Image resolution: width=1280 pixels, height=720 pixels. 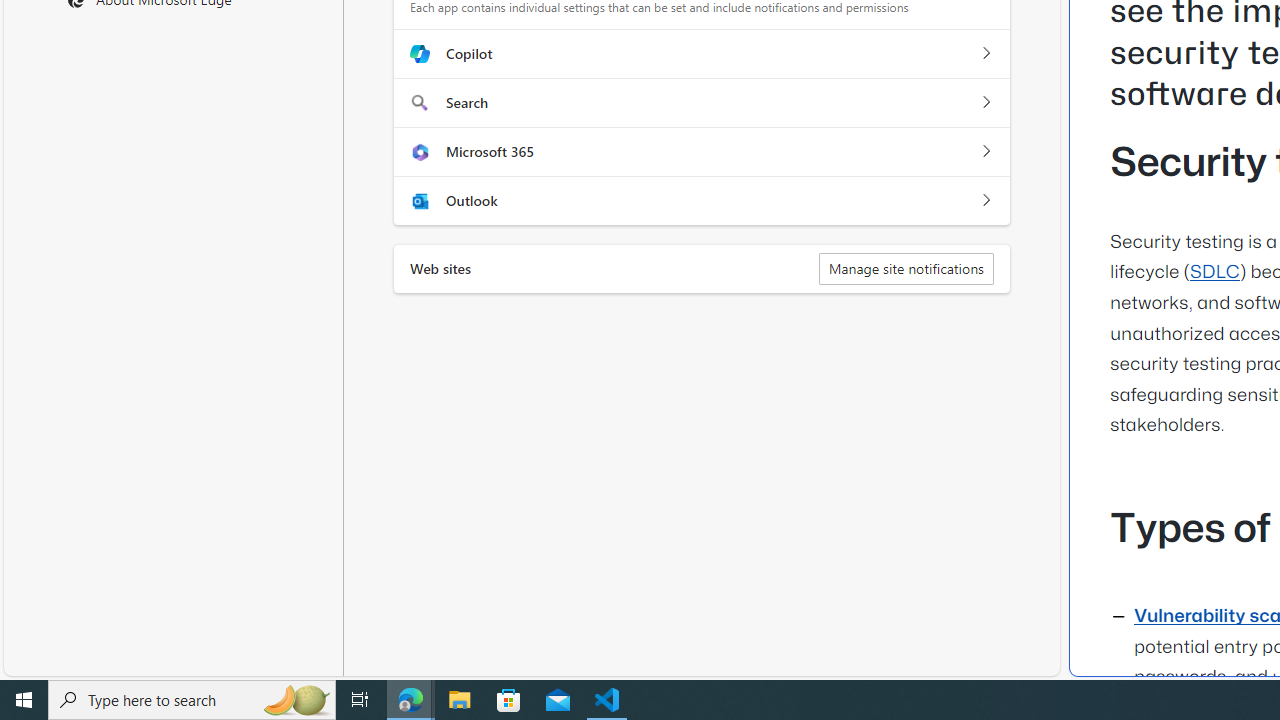 I want to click on 'Manage site notifications', so click(x=905, y=267).